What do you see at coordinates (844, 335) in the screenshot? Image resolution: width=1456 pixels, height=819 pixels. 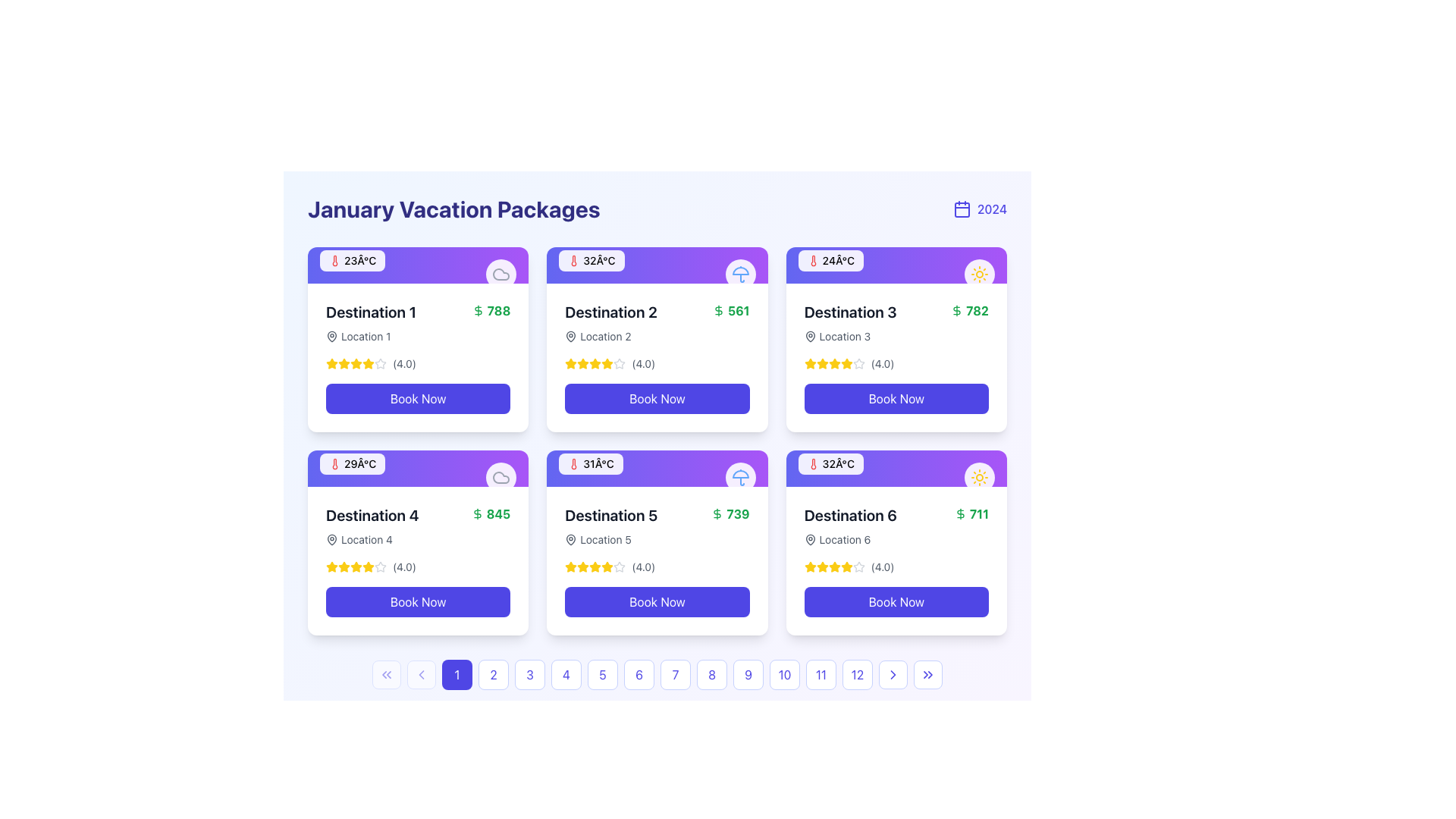 I see `the text label displaying 'Location 3', which is positioned below the title 'Destination 3' within the 'Destination 3' card` at bounding box center [844, 335].